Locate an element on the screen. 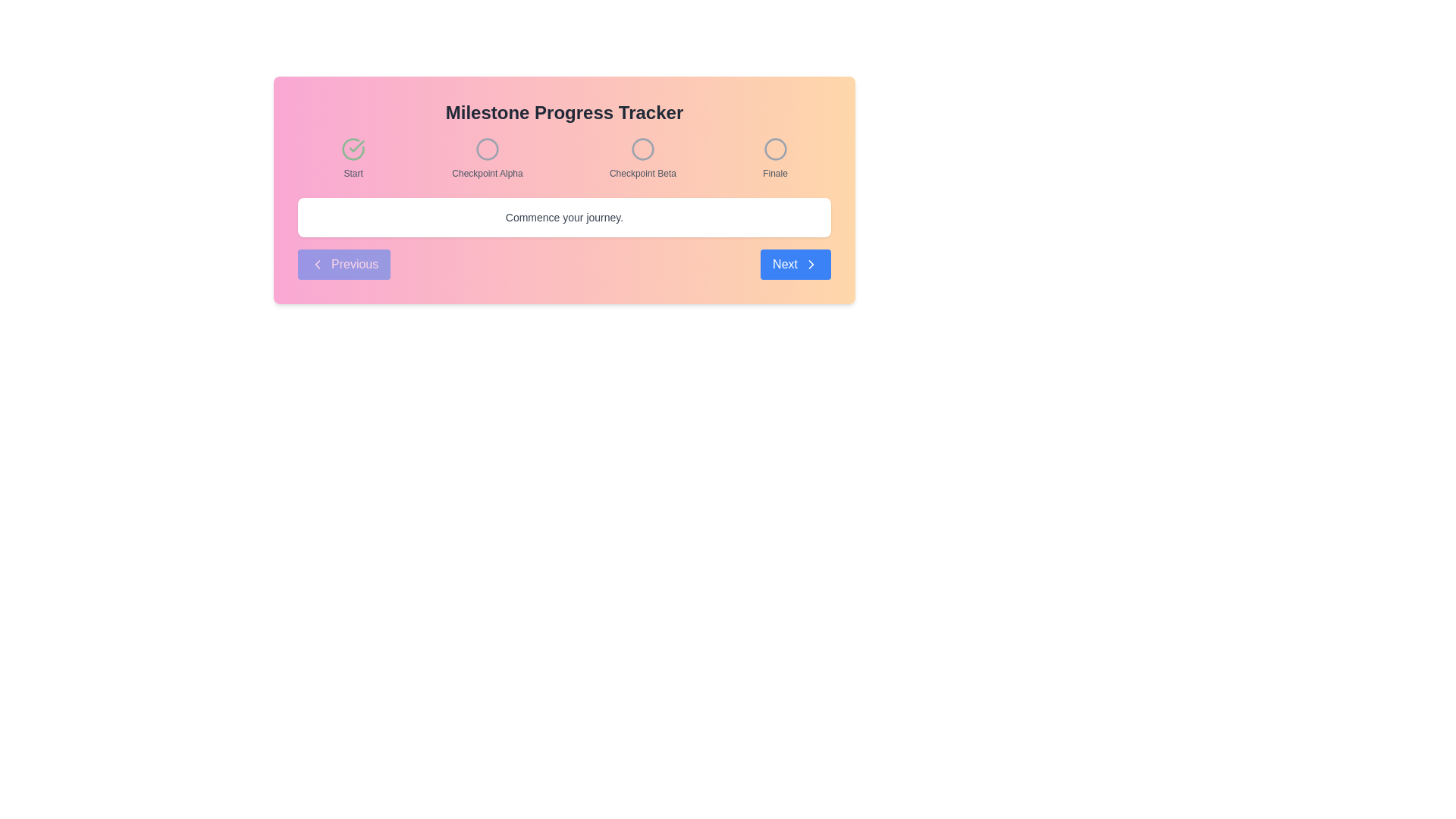  the status of the second step icon in the Milestone Progress Tracker, which visually represents the current or completed status in the progress tracker is located at coordinates (642, 149).